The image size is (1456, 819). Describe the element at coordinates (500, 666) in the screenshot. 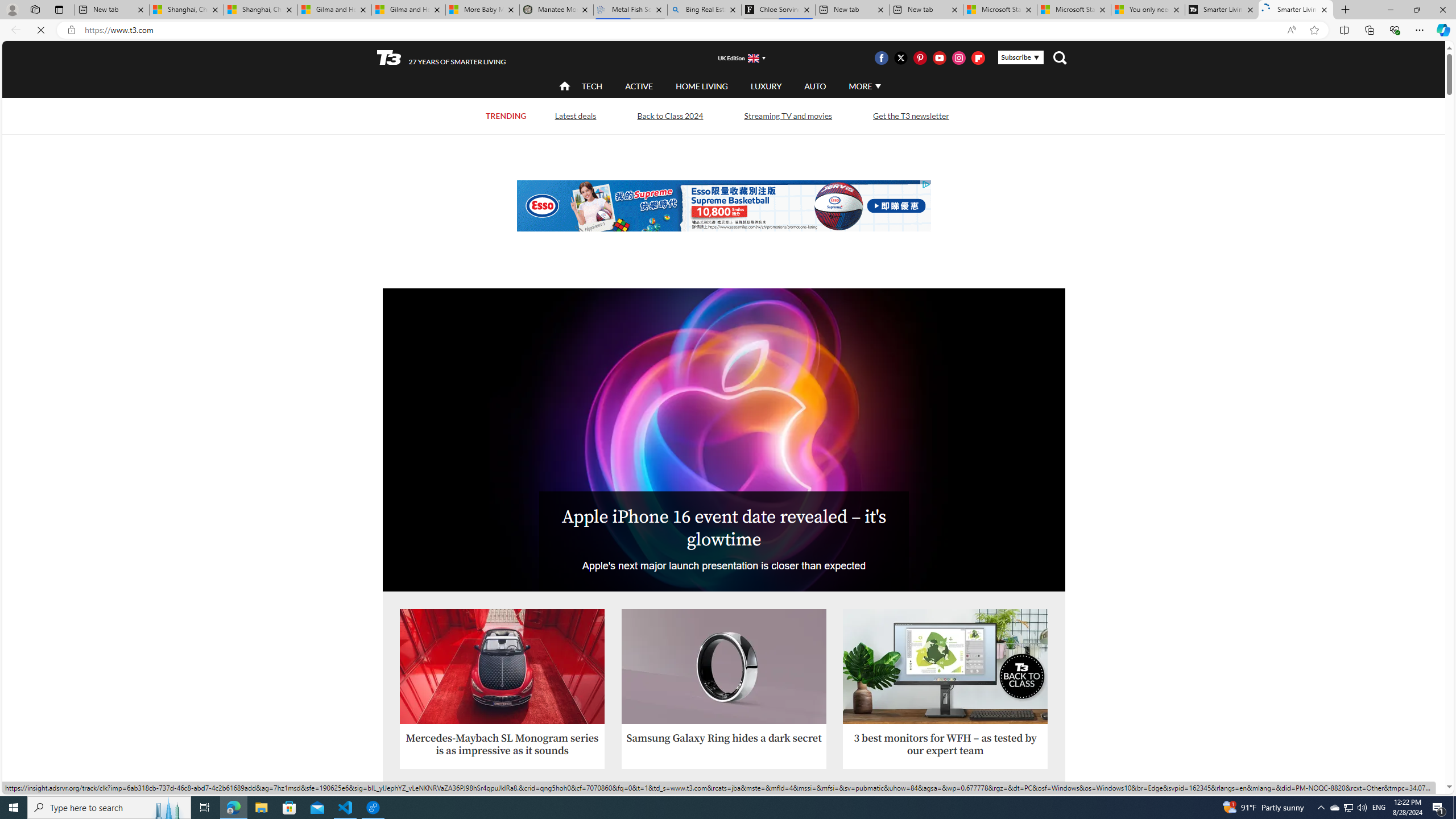

I see `'Mercedes-Maybach SL Monogram Series'` at that location.